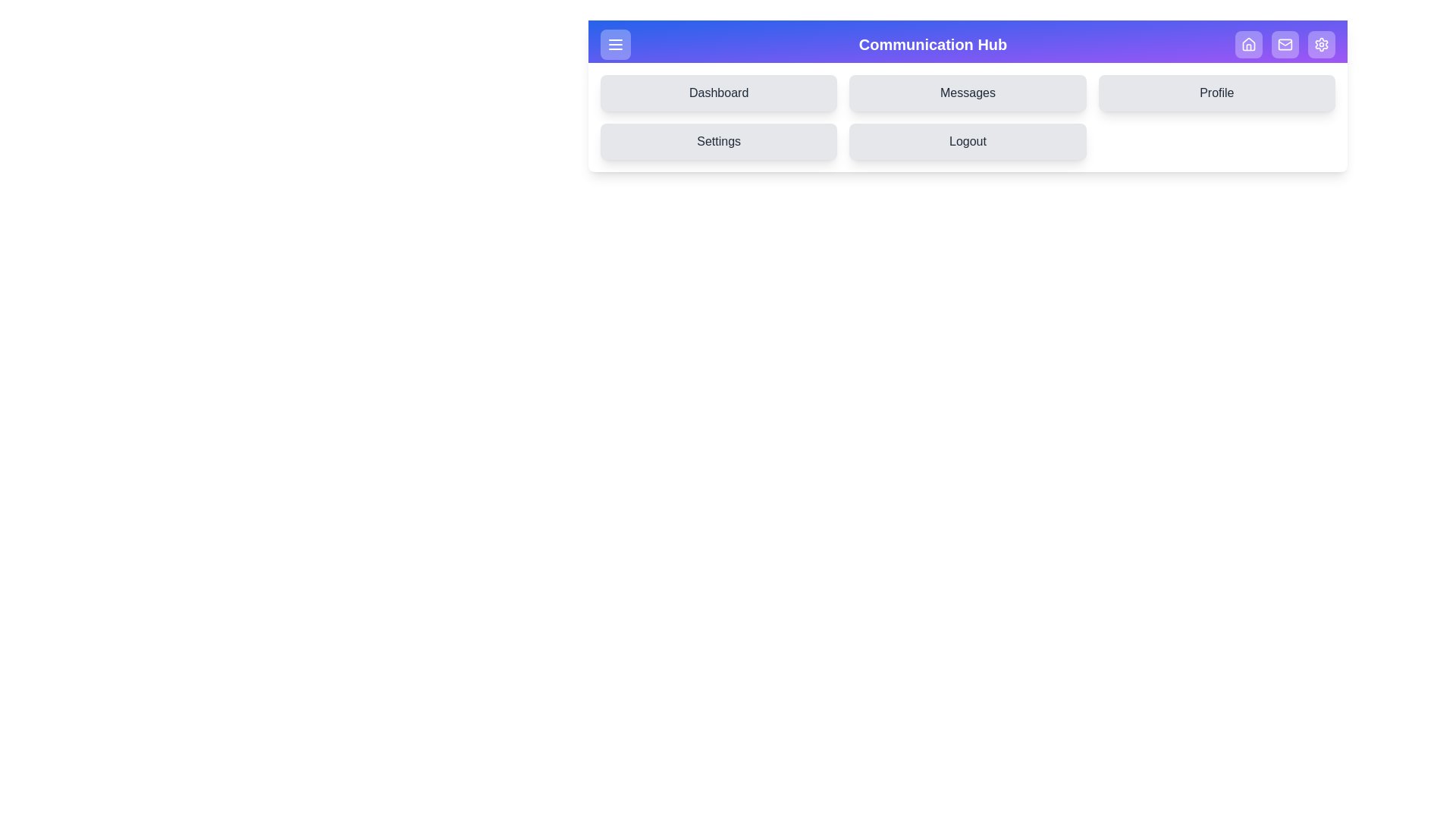 This screenshot has width=1456, height=819. What do you see at coordinates (1284, 43) in the screenshot?
I see `the 'Inbox' tab to navigate to it` at bounding box center [1284, 43].